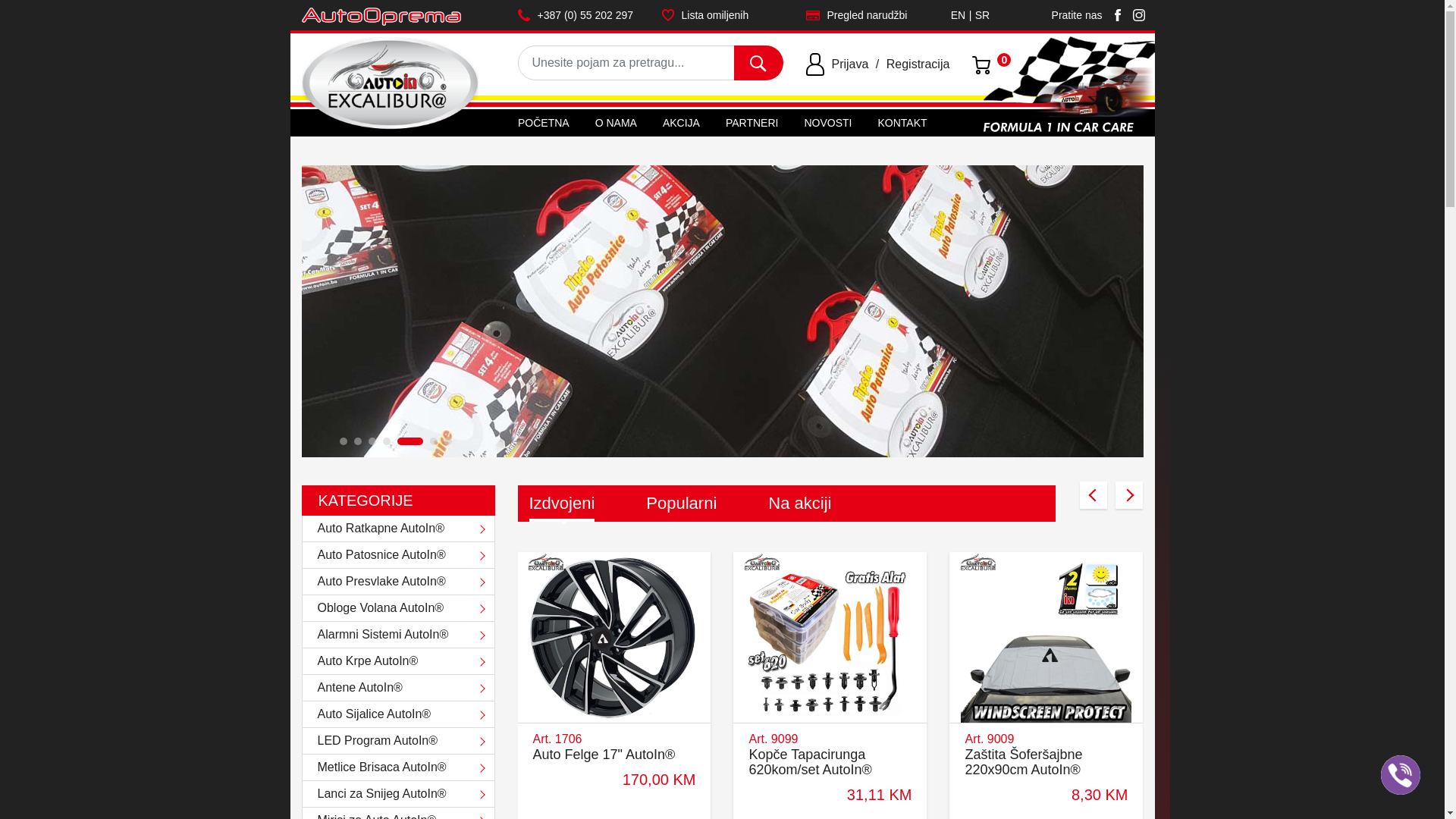 The width and height of the screenshot is (1456, 819). What do you see at coordinates (849, 63) in the screenshot?
I see `'Prijava'` at bounding box center [849, 63].